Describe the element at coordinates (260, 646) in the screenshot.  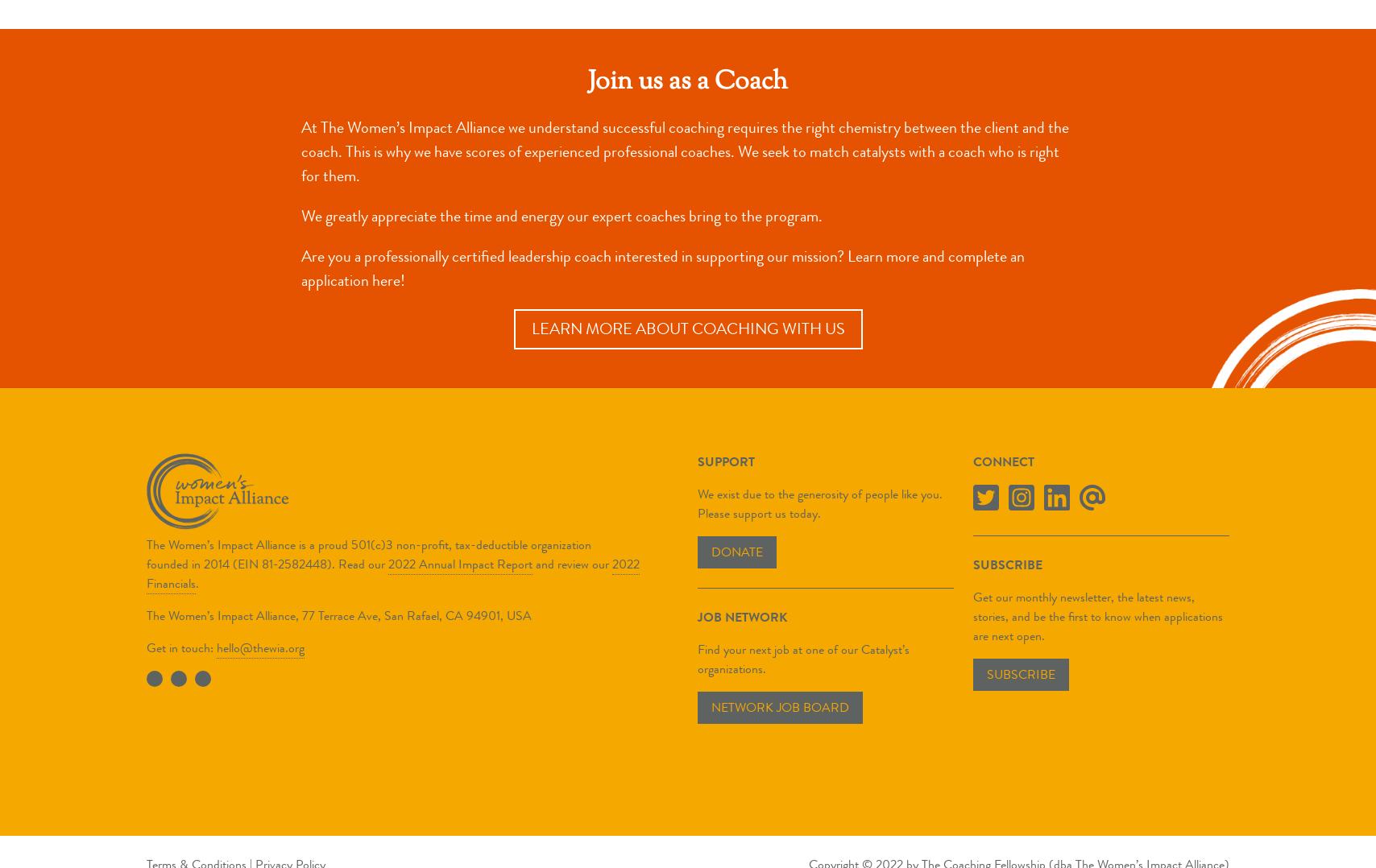
I see `'hello@thewia.org'` at that location.